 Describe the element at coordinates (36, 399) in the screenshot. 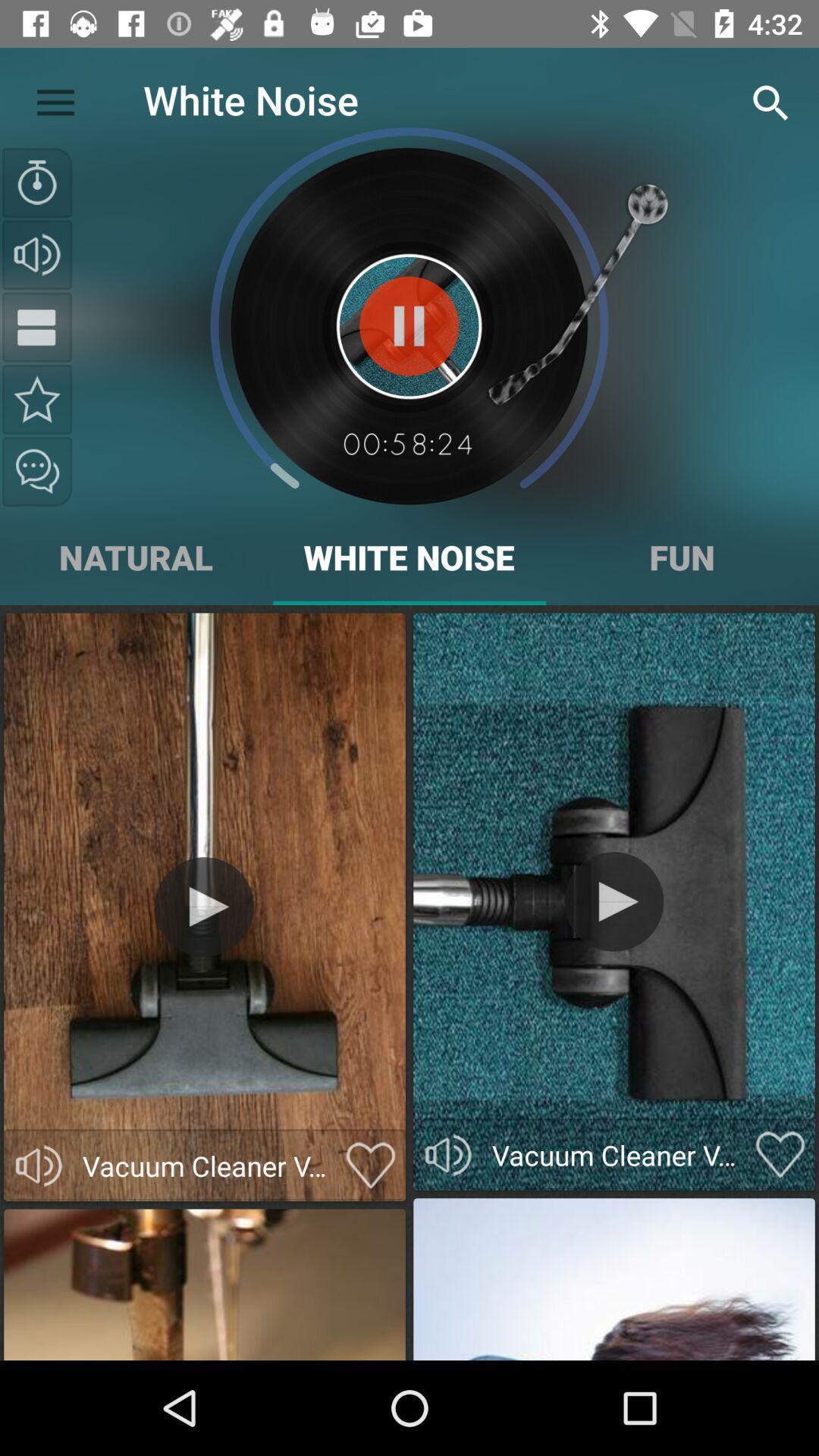

I see `the star icon` at that location.